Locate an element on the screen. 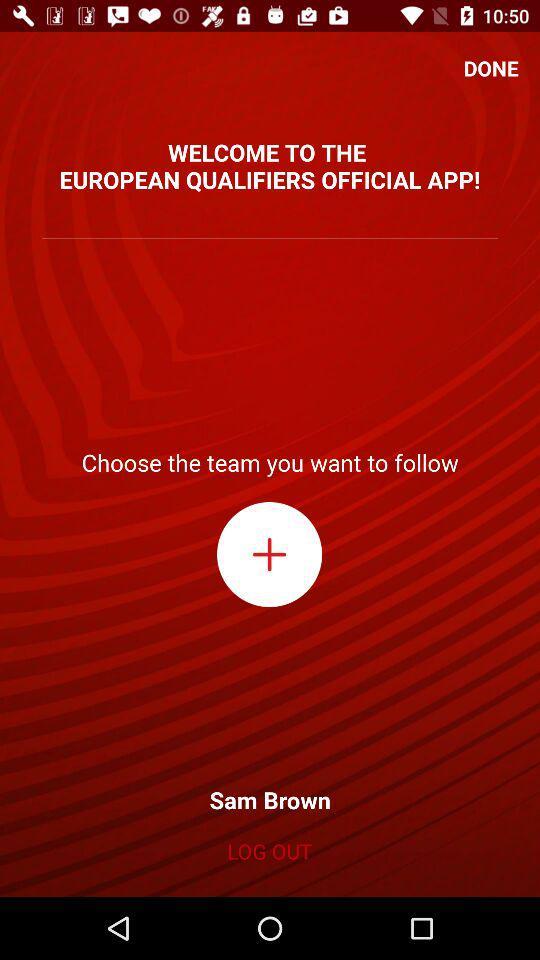 The width and height of the screenshot is (540, 960). option is located at coordinates (269, 554).